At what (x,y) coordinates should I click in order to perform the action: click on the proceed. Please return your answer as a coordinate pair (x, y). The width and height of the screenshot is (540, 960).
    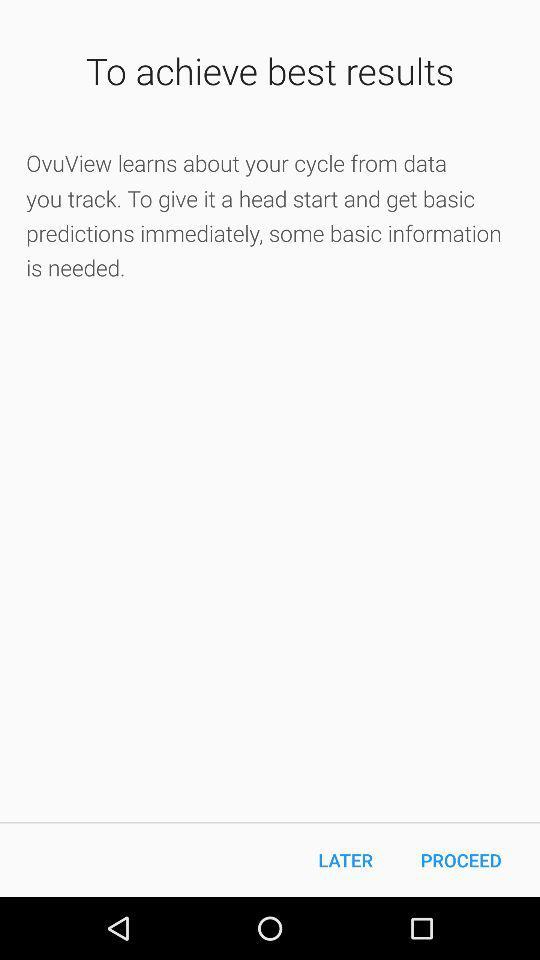
    Looking at the image, I should click on (461, 859).